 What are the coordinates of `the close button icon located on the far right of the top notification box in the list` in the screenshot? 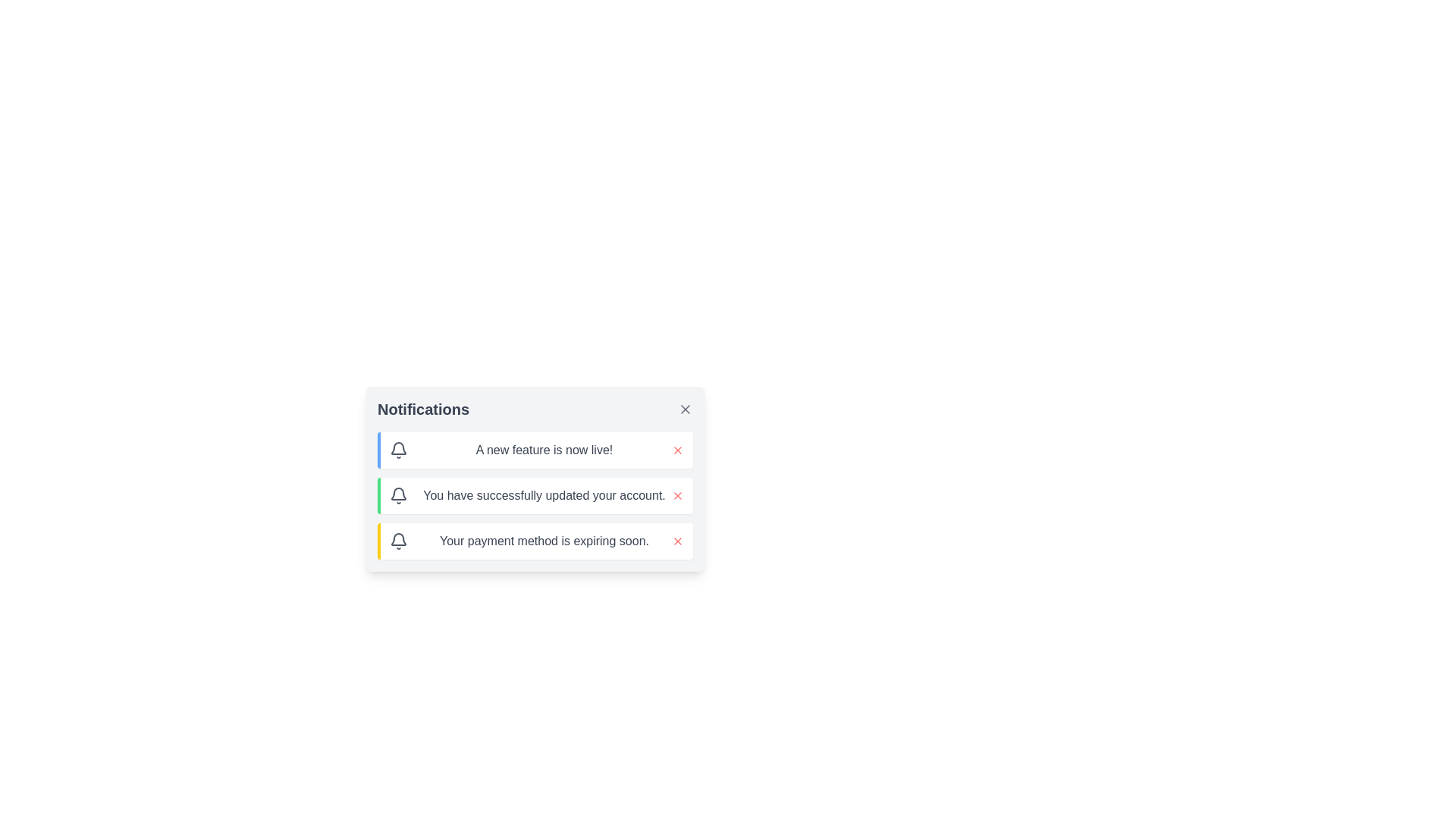 It's located at (684, 409).